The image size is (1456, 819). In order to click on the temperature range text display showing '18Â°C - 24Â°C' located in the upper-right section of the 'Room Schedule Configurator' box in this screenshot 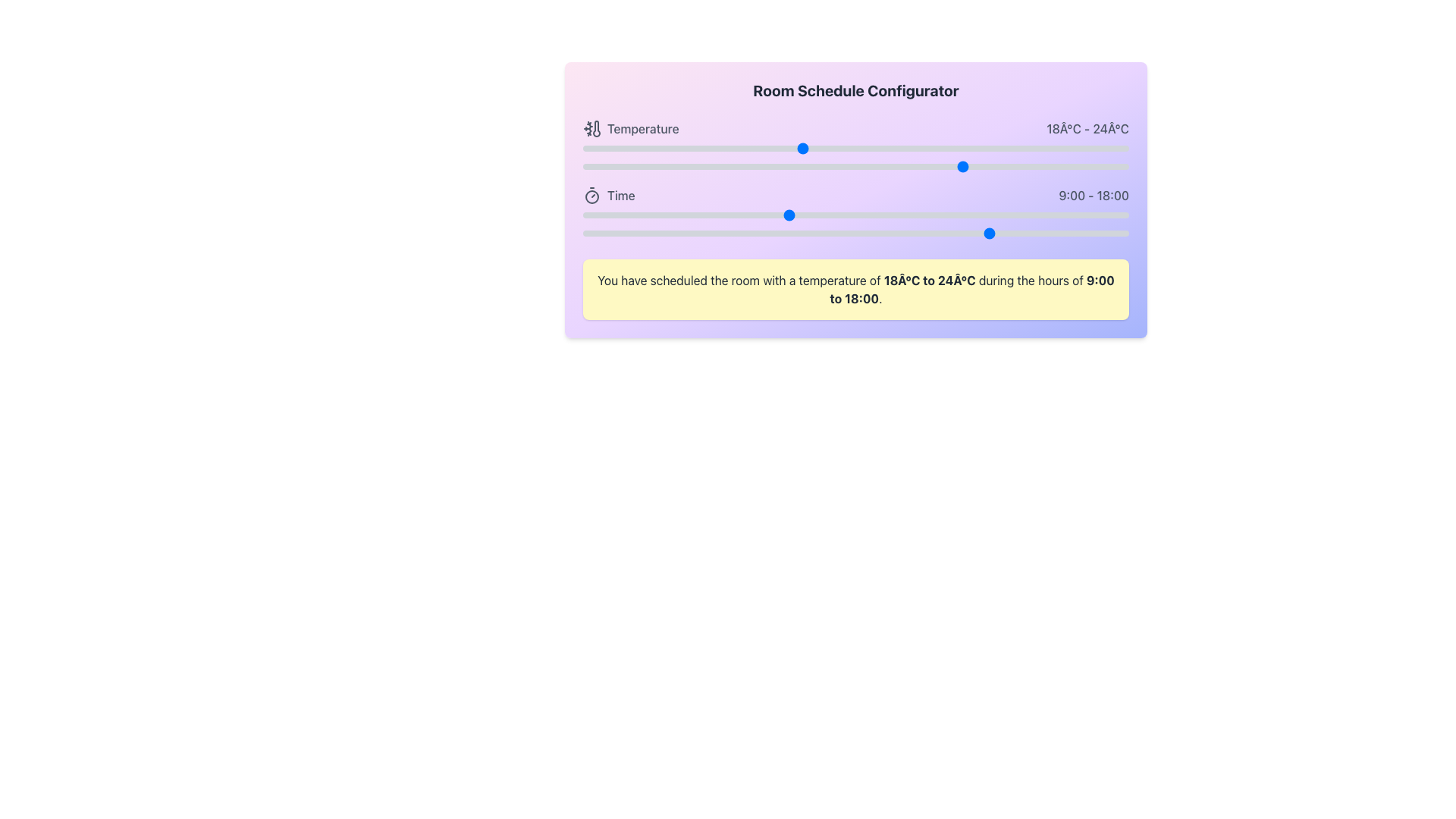, I will do `click(1087, 127)`.